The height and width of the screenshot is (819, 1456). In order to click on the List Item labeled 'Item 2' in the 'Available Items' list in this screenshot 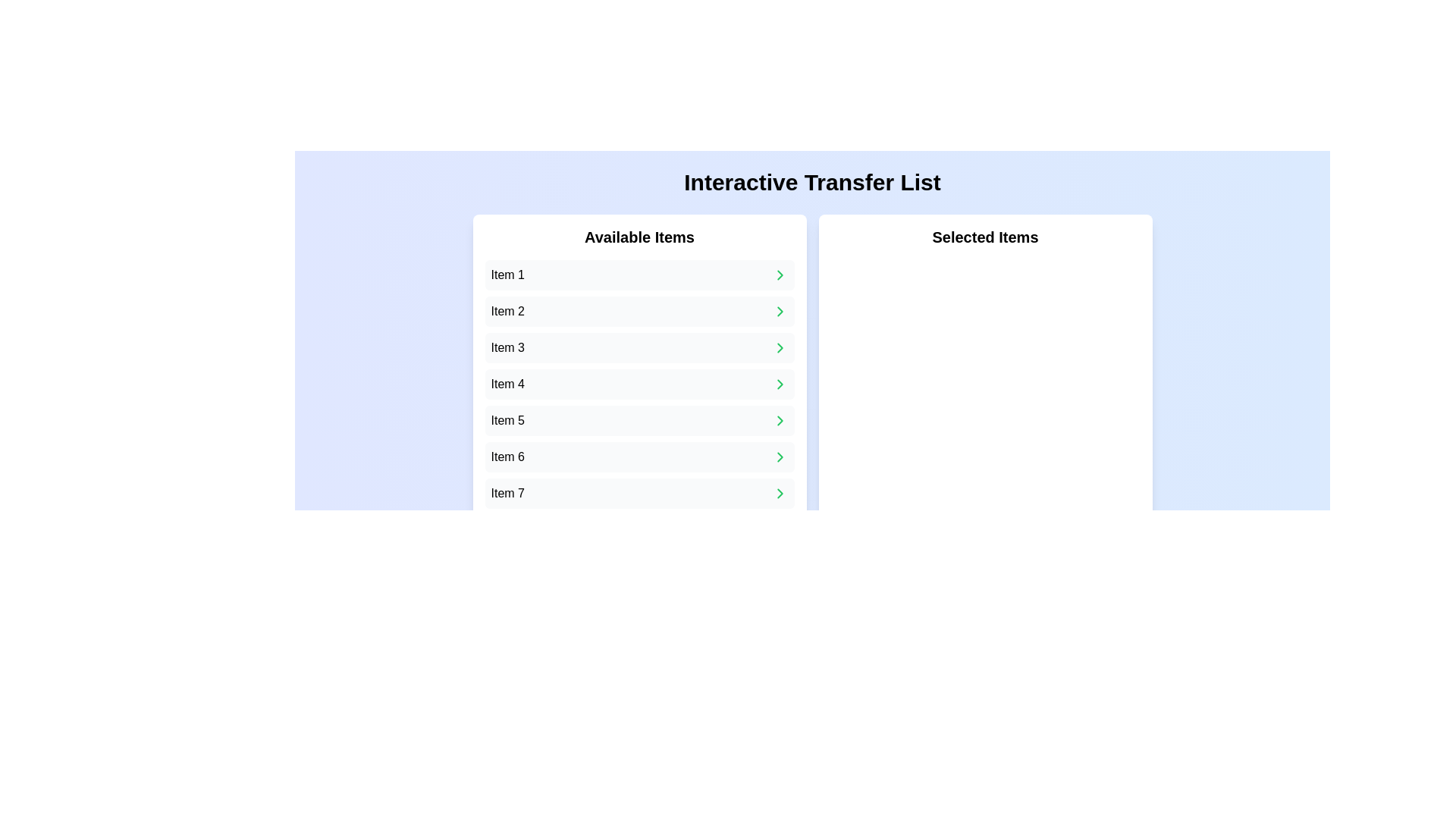, I will do `click(639, 311)`.